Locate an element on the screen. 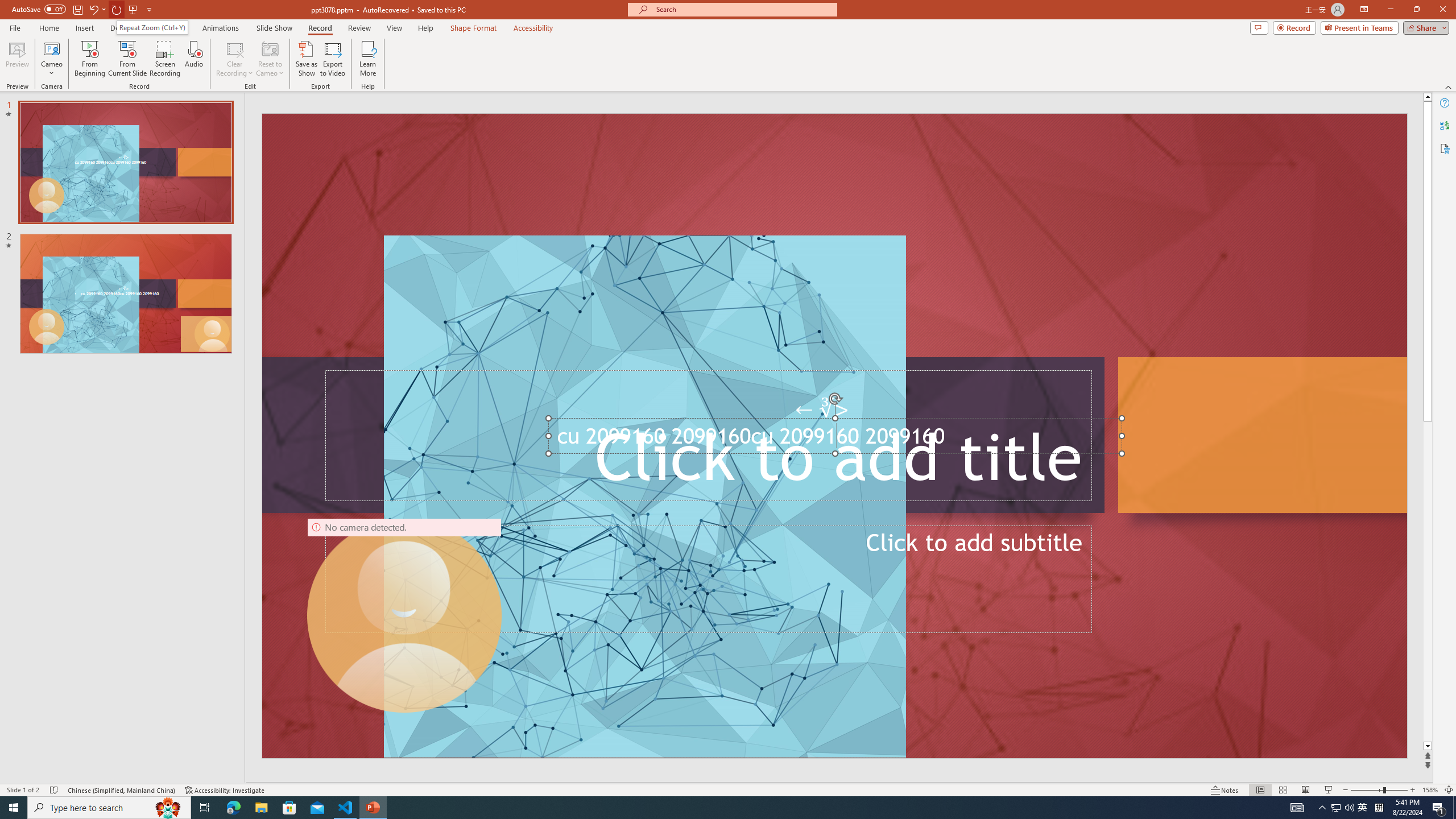 Image resolution: width=1456 pixels, height=819 pixels. 'Reset to Cameo' is located at coordinates (269, 59).